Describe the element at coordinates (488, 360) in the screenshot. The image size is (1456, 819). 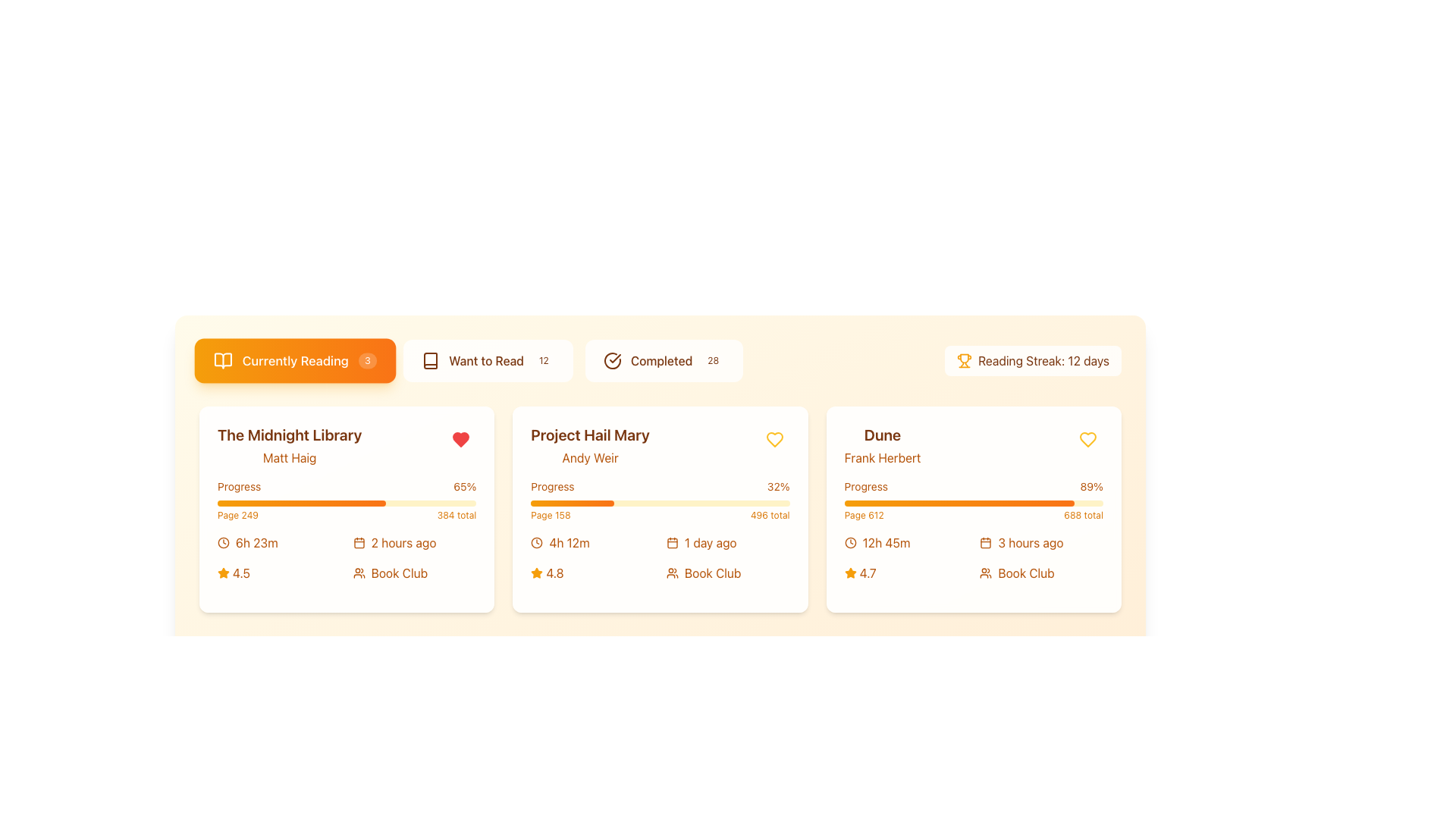
I see `the 'Want to Read' button` at that location.